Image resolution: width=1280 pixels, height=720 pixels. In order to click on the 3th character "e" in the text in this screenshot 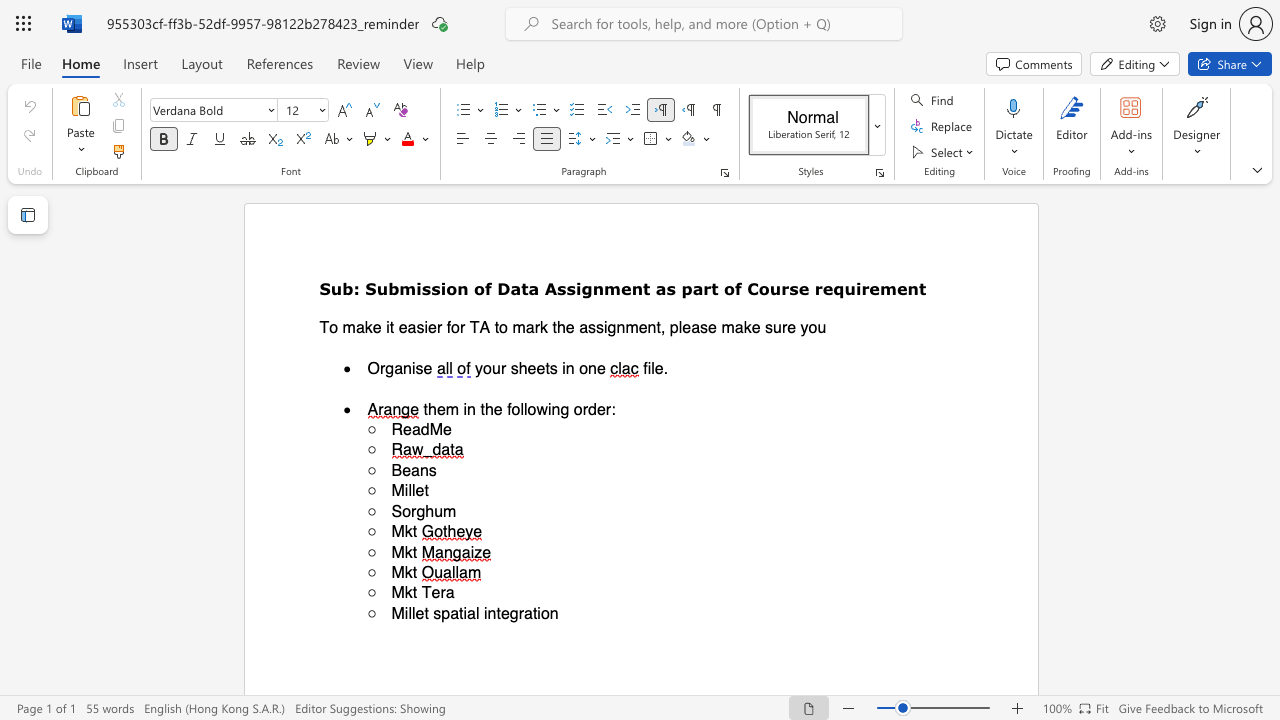, I will do `click(828, 288)`.